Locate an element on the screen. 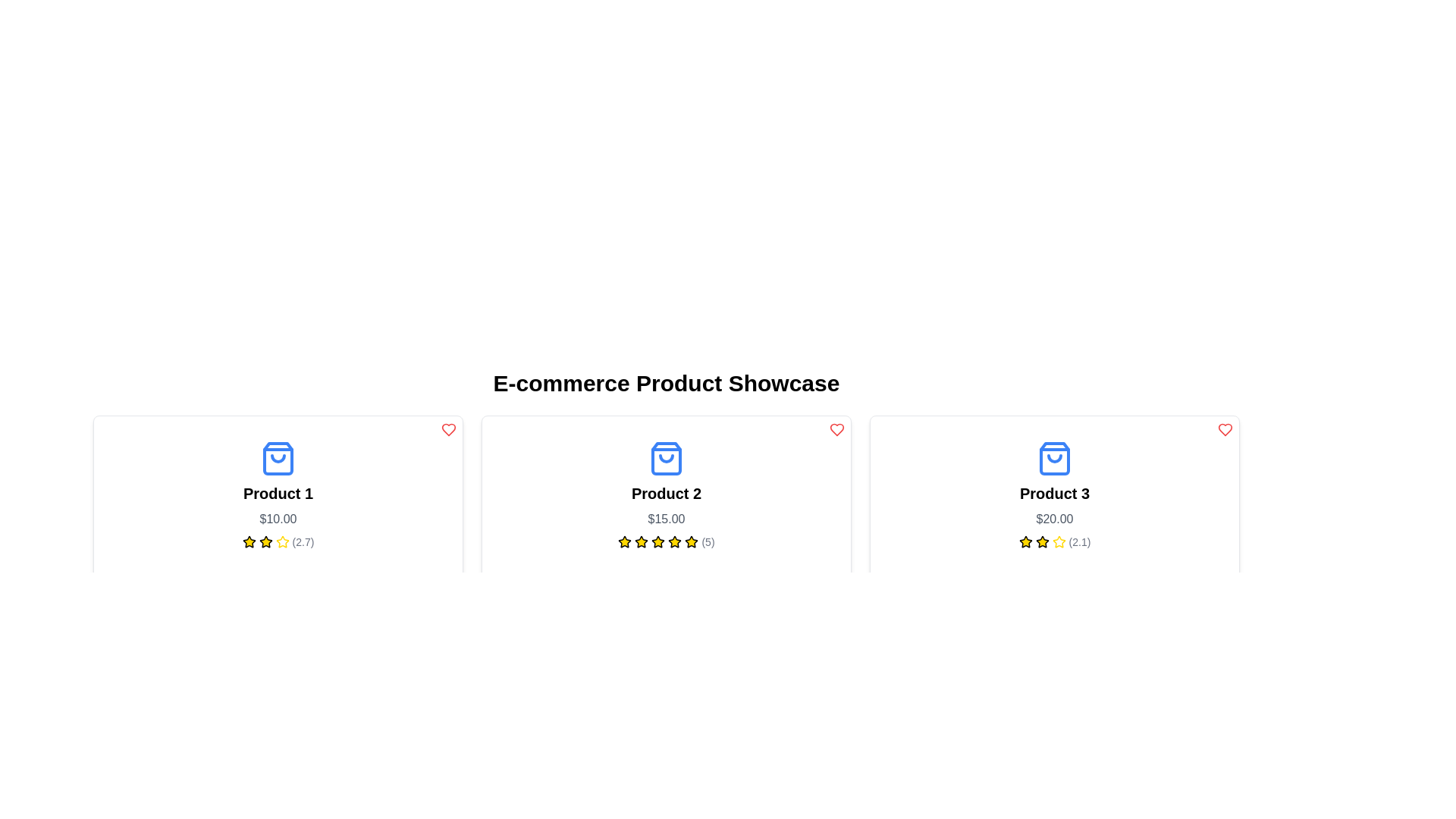 The width and height of the screenshot is (1456, 819). the Product display card featuring a blue shopping bag icon at the top, with the text 'Product 1' in bold, price '$10.00' in gray, and a rating indicator showing two fully filled stars, one partially filled star, and the text '(2.7)' underneath is located at coordinates (278, 494).